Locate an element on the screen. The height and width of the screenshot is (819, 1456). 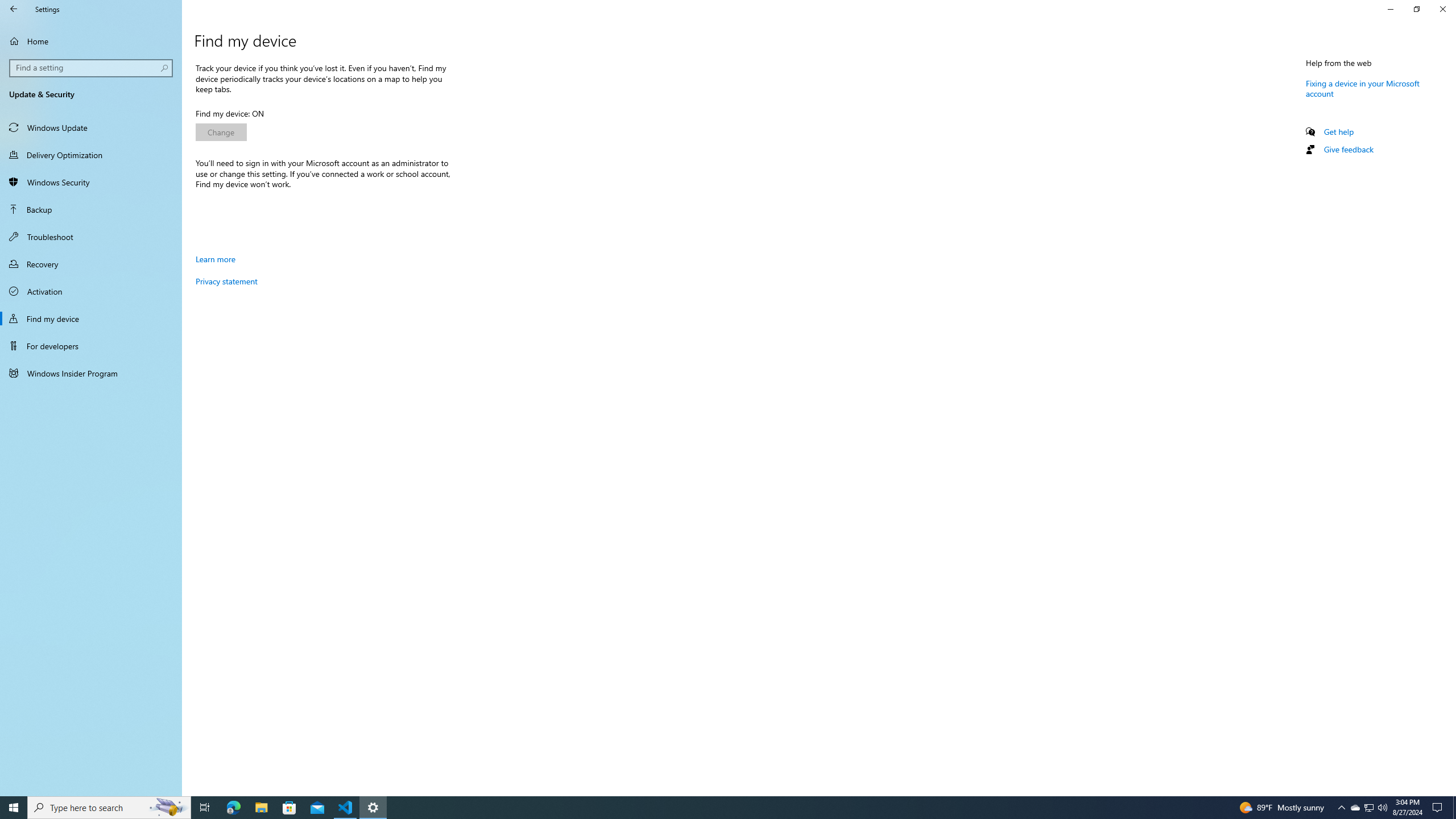
'Search box, Find a setting' is located at coordinates (91, 67).